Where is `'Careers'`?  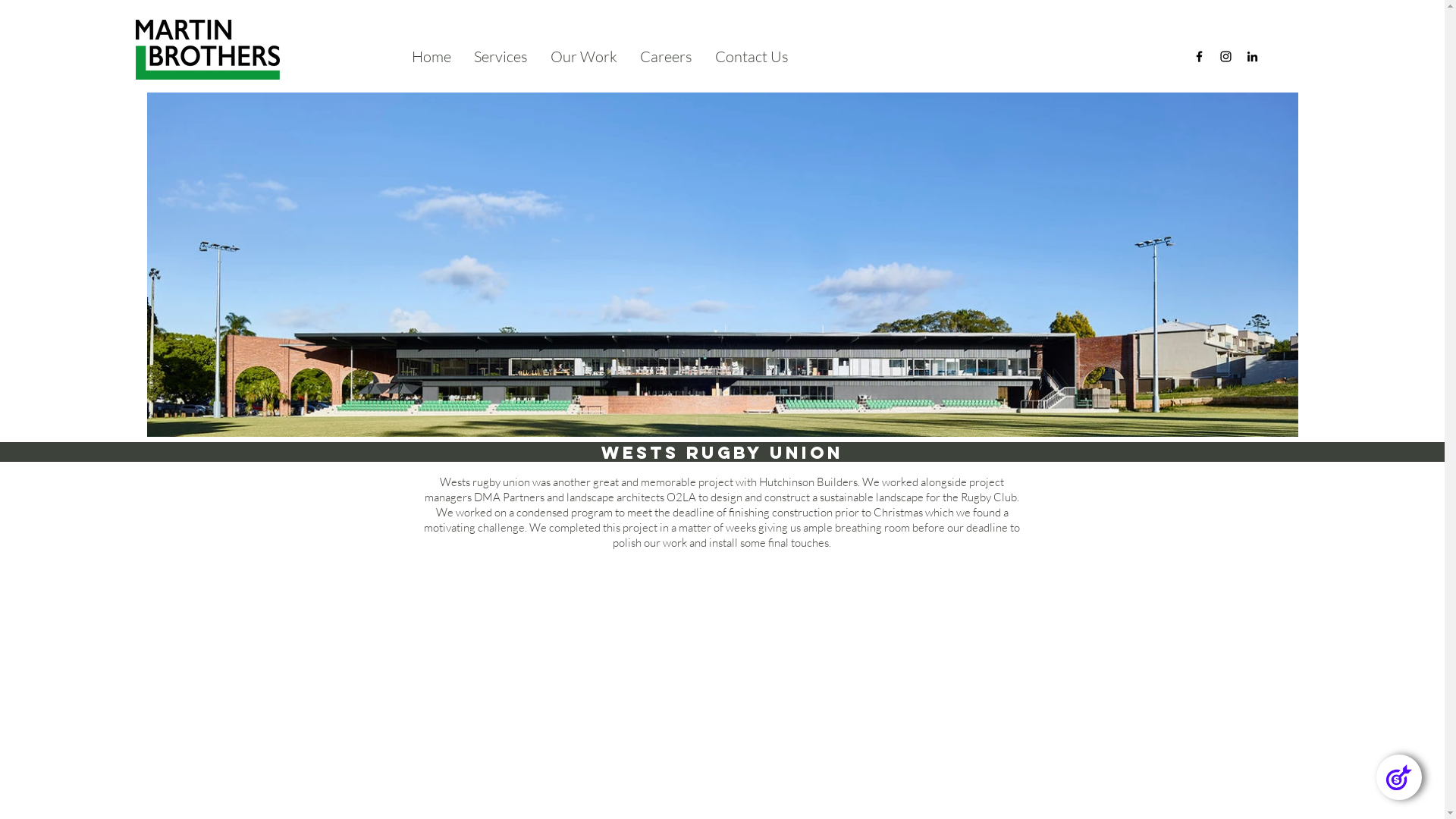 'Careers' is located at coordinates (629, 55).